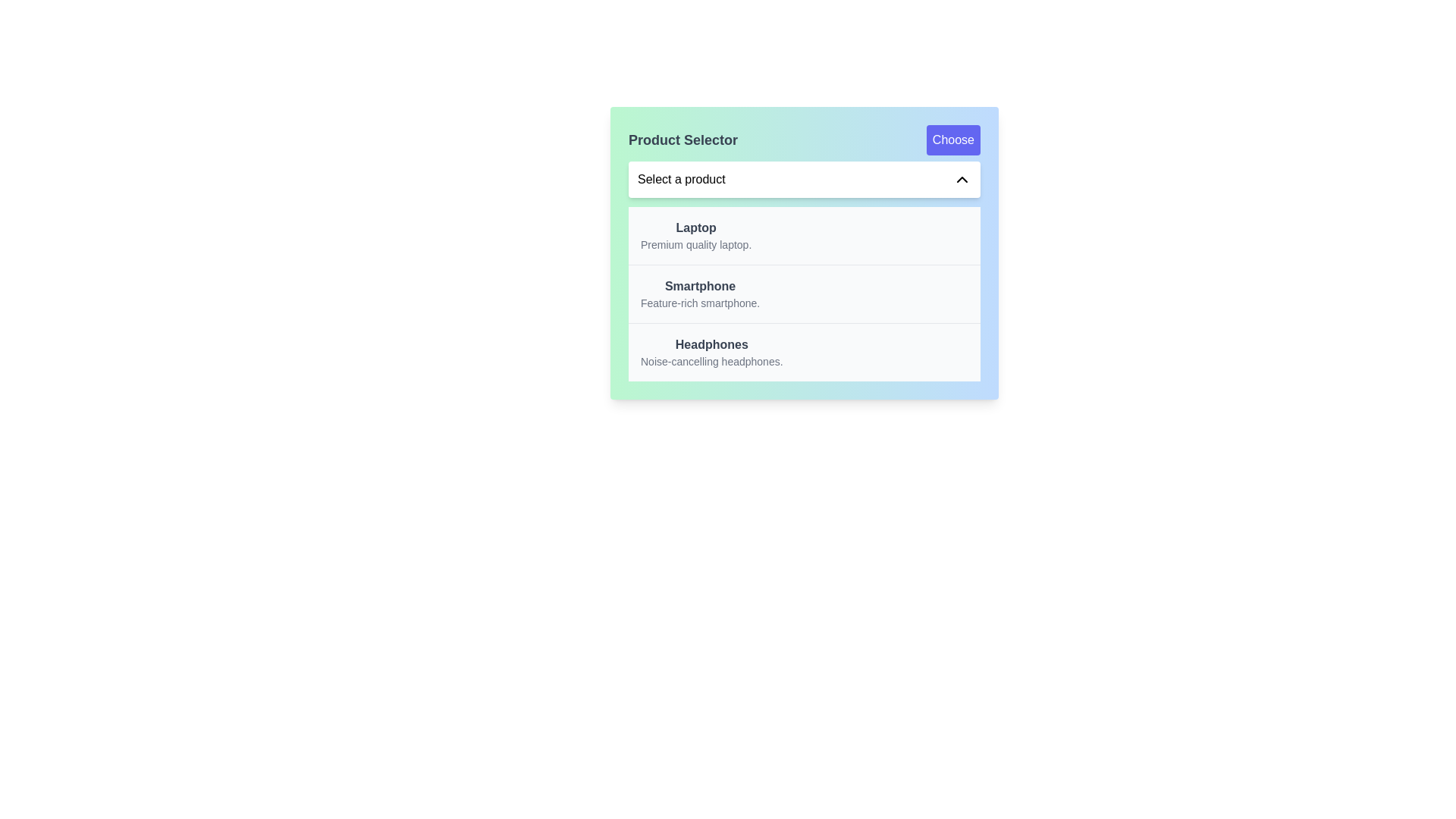 The height and width of the screenshot is (819, 1456). Describe the element at coordinates (699, 287) in the screenshot. I see `the bold title of the middle product option in the list, which is located between the 'Laptop' and 'Headphones' options` at that location.